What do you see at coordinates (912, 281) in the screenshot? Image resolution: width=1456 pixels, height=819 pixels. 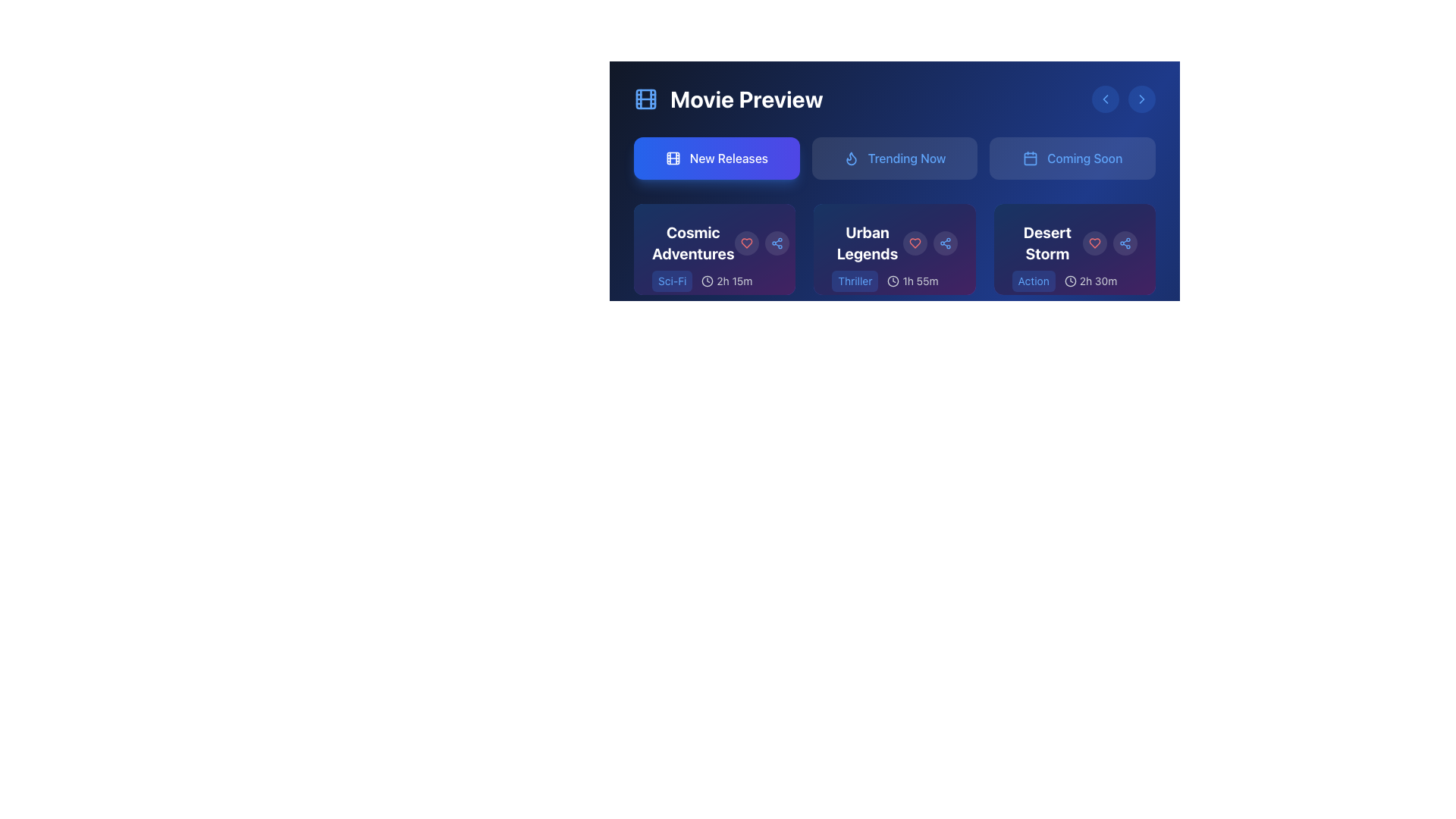 I see `the text label with icon that displays the duration of the associated movie 'Urban Legends', located to the right of the 'Thriller' tag and before the rating '4.5'` at bounding box center [912, 281].